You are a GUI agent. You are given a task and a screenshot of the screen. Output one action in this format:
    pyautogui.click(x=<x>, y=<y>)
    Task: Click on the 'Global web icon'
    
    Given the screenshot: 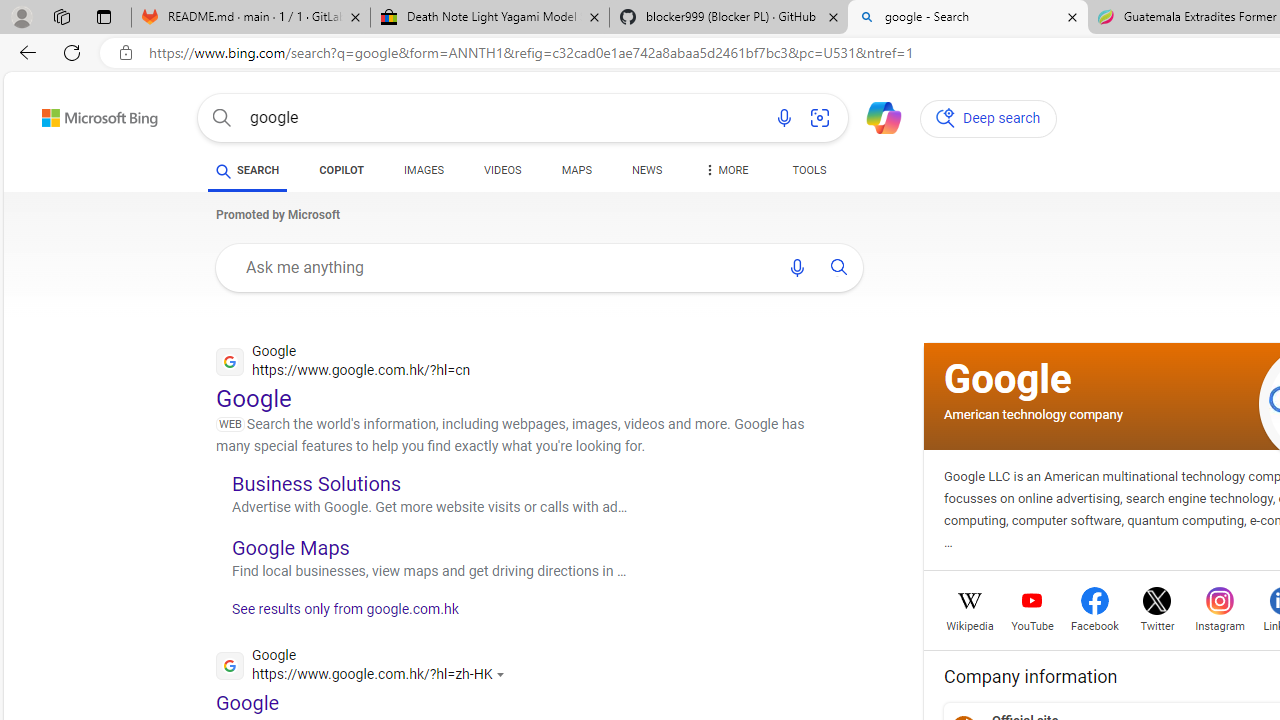 What is the action you would take?
    pyautogui.click(x=229, y=665)
    